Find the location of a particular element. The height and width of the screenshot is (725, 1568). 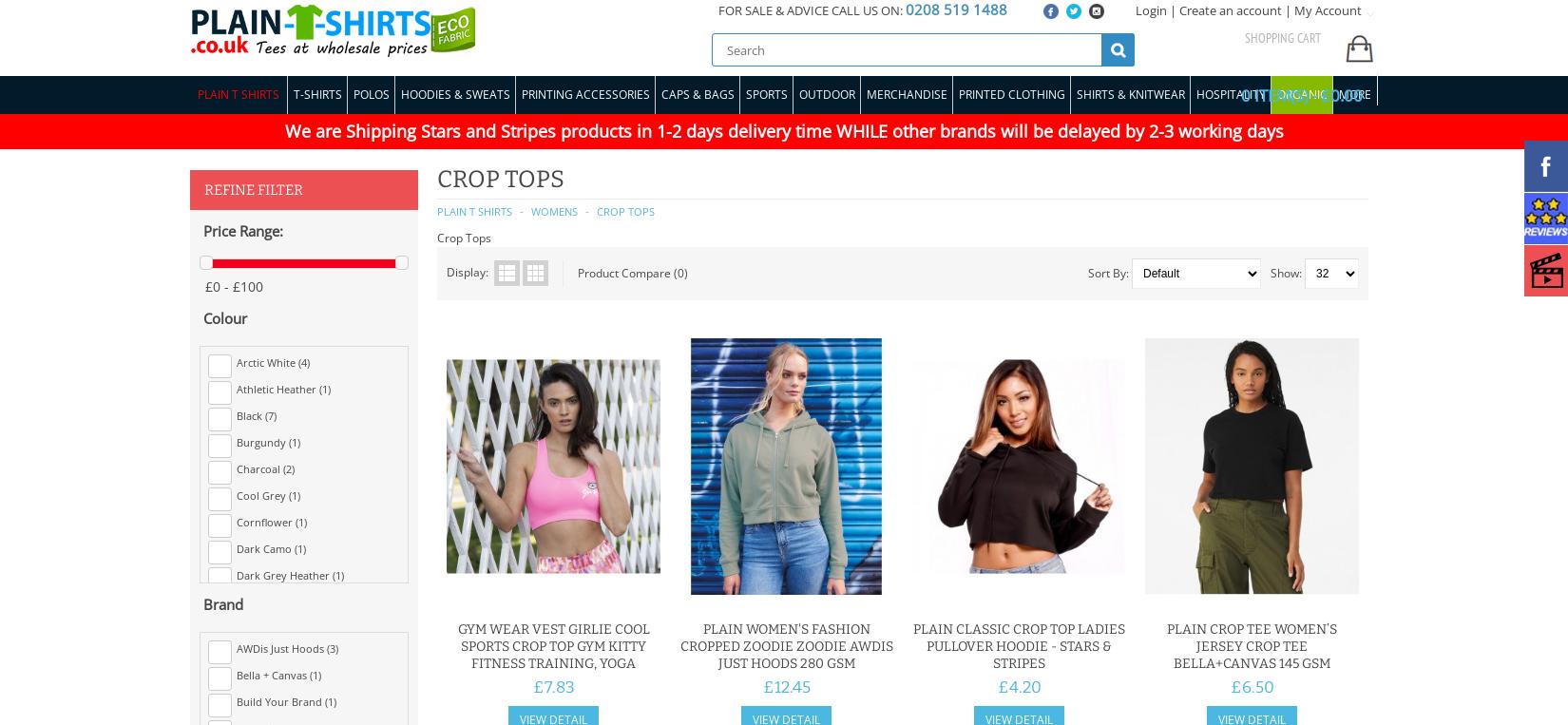

'Electric Yellow (1)' is located at coordinates (278, 707).